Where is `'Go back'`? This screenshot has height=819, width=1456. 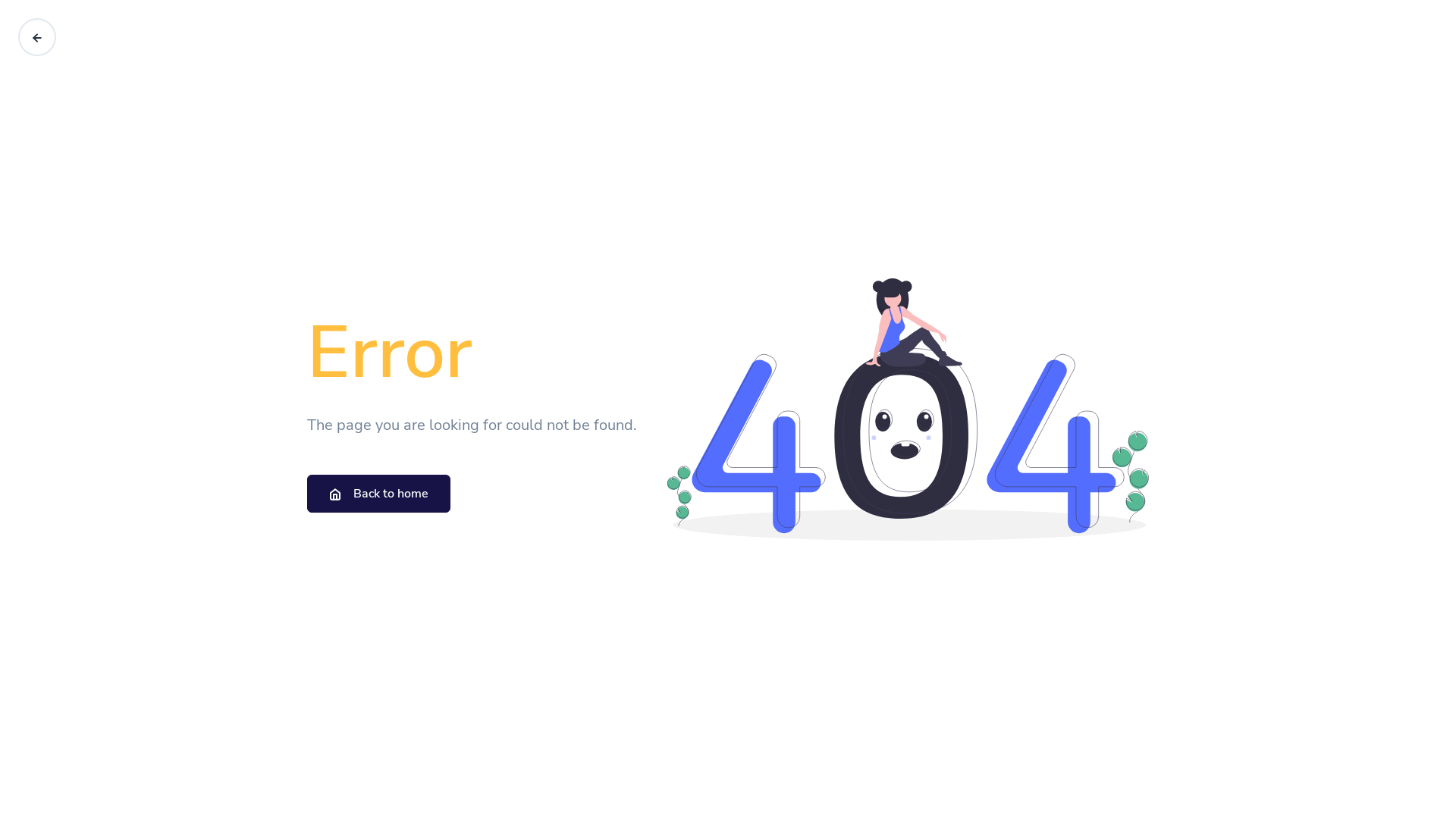 'Go back' is located at coordinates (36, 36).